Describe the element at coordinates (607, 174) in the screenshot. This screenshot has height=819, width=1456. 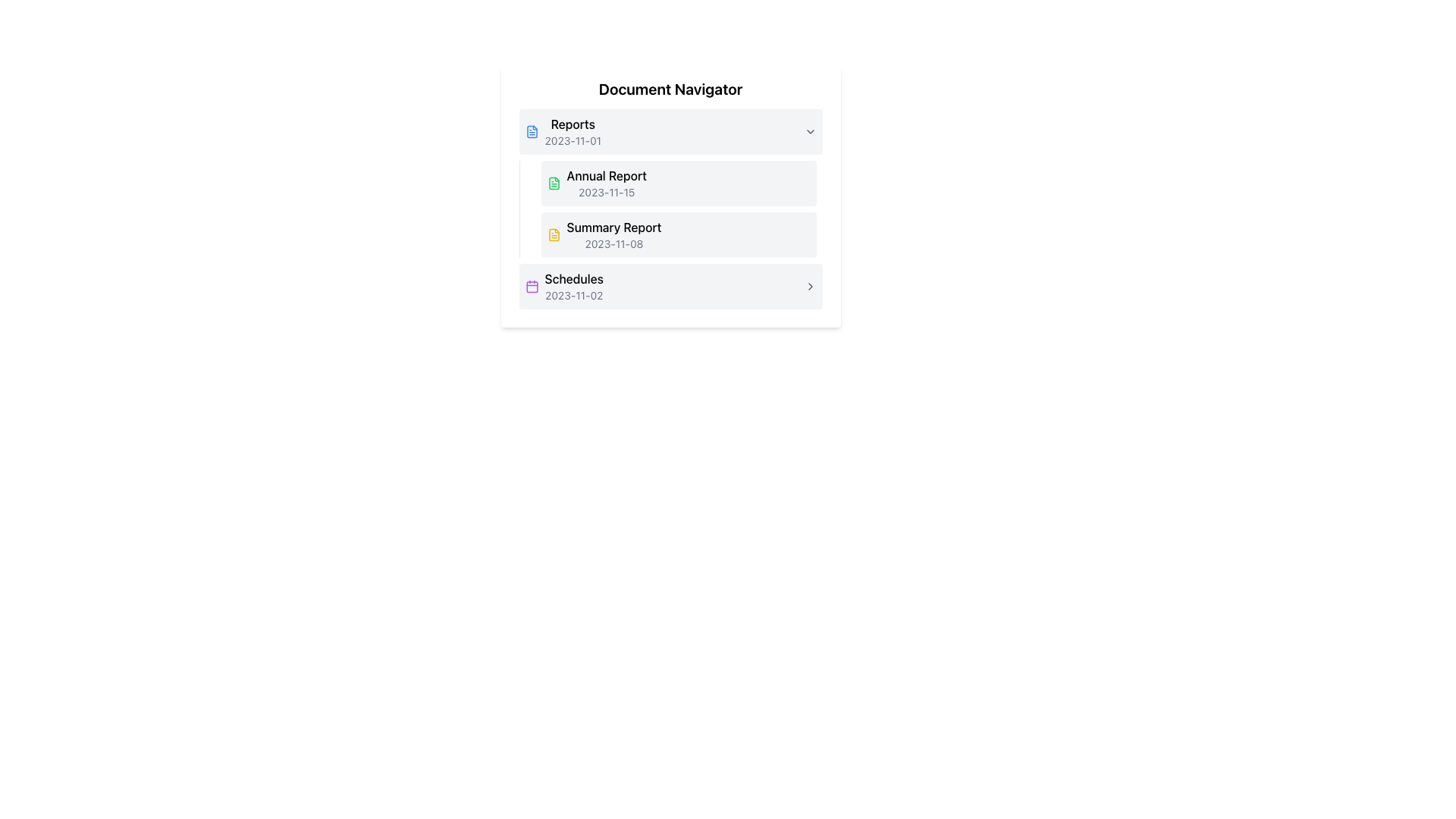
I see `the text label displaying 'Annual Report', which is located in the document navigation section and aligned with the date label below` at that location.